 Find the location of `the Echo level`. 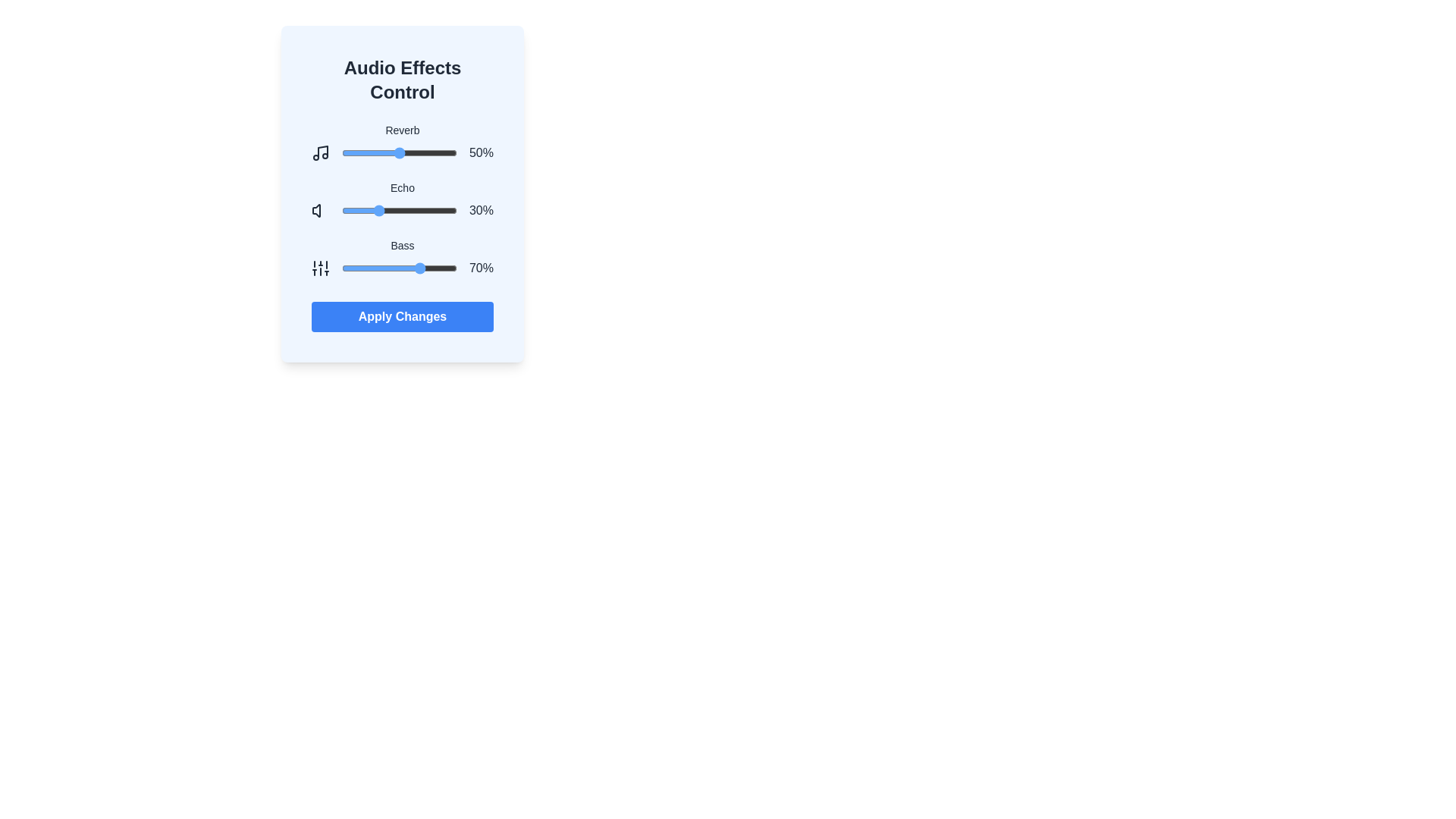

the Echo level is located at coordinates (390, 210).